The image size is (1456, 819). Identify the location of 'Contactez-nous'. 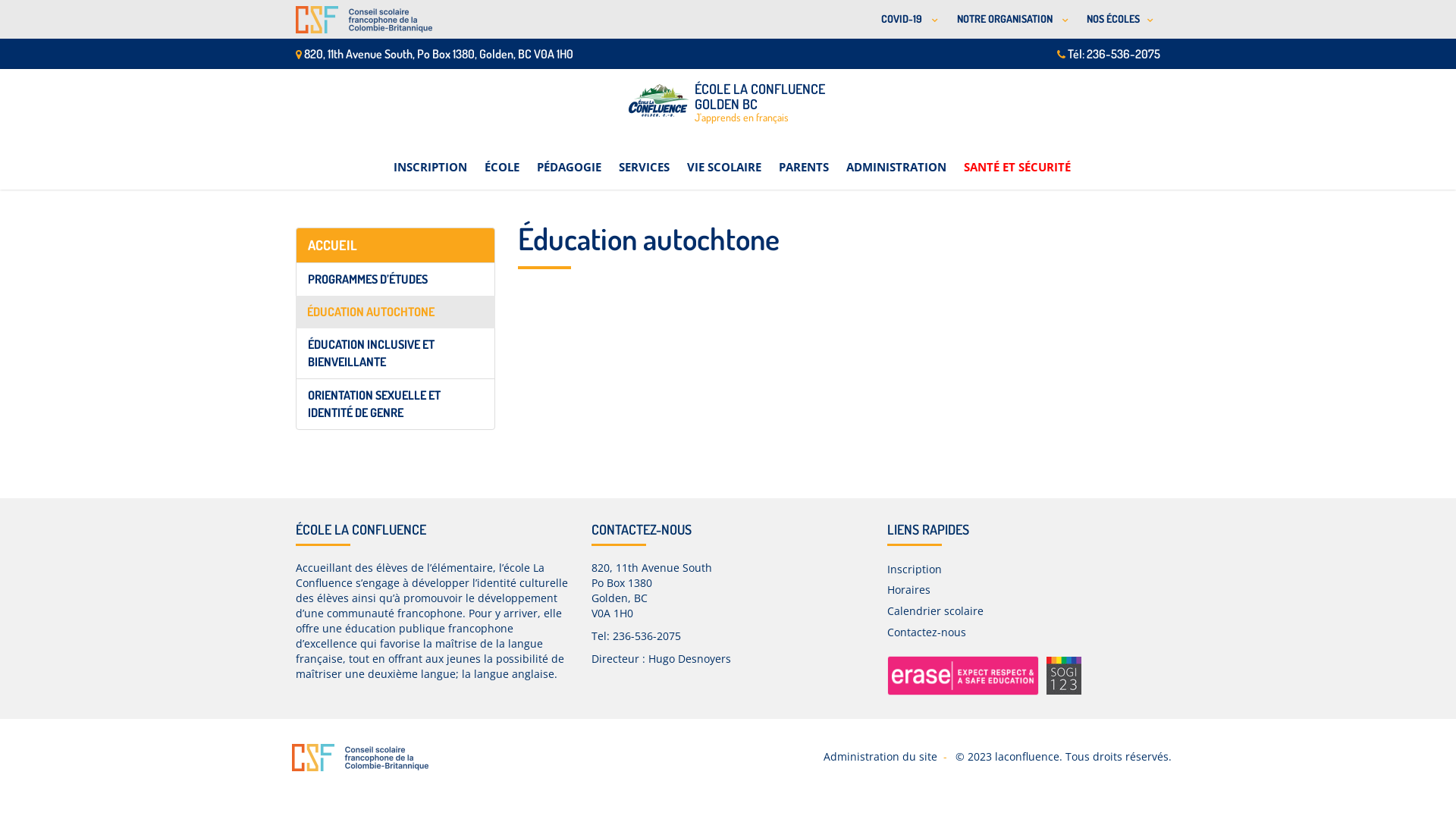
(926, 632).